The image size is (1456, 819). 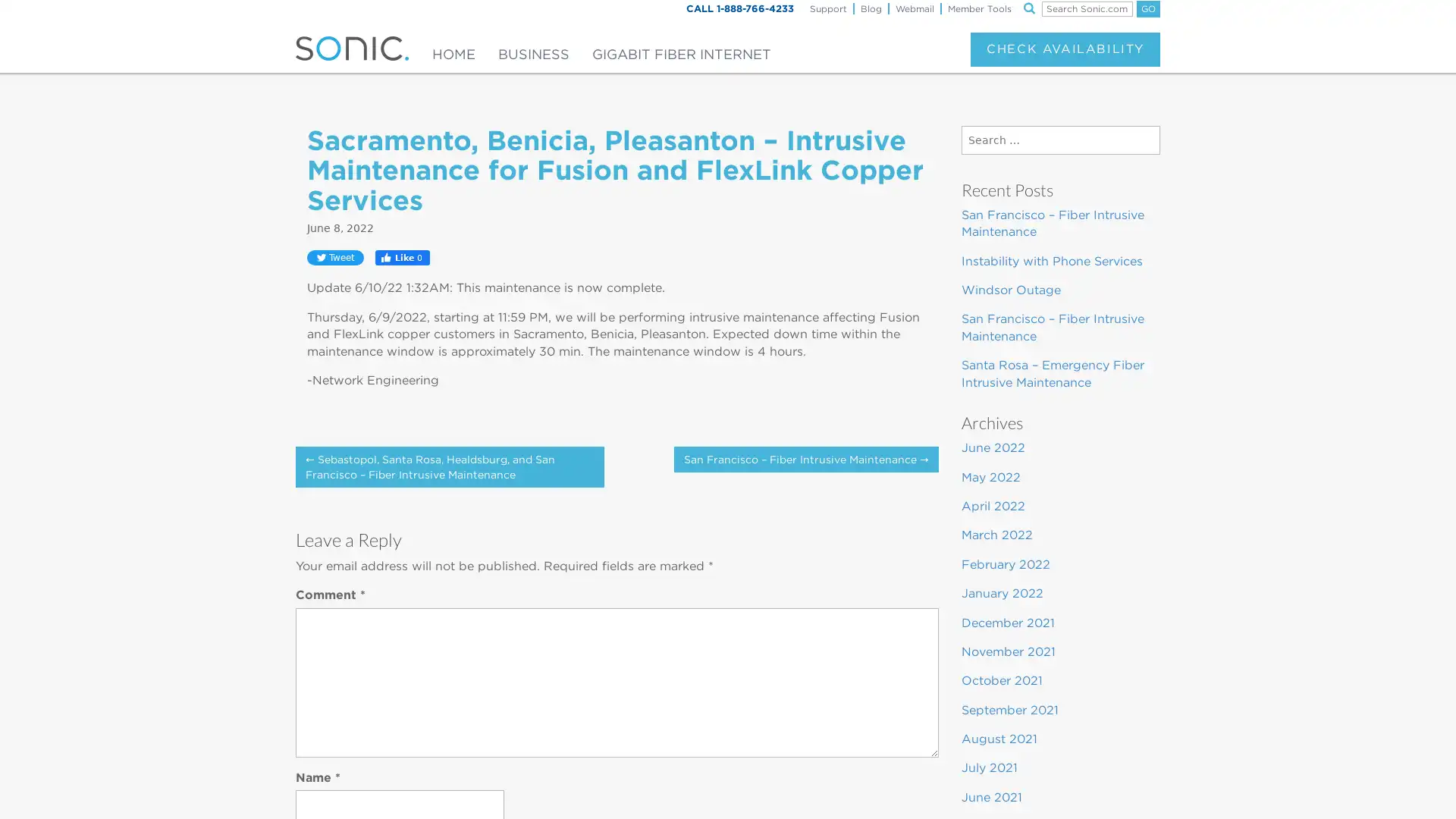 What do you see at coordinates (1148, 8) in the screenshot?
I see `GO` at bounding box center [1148, 8].